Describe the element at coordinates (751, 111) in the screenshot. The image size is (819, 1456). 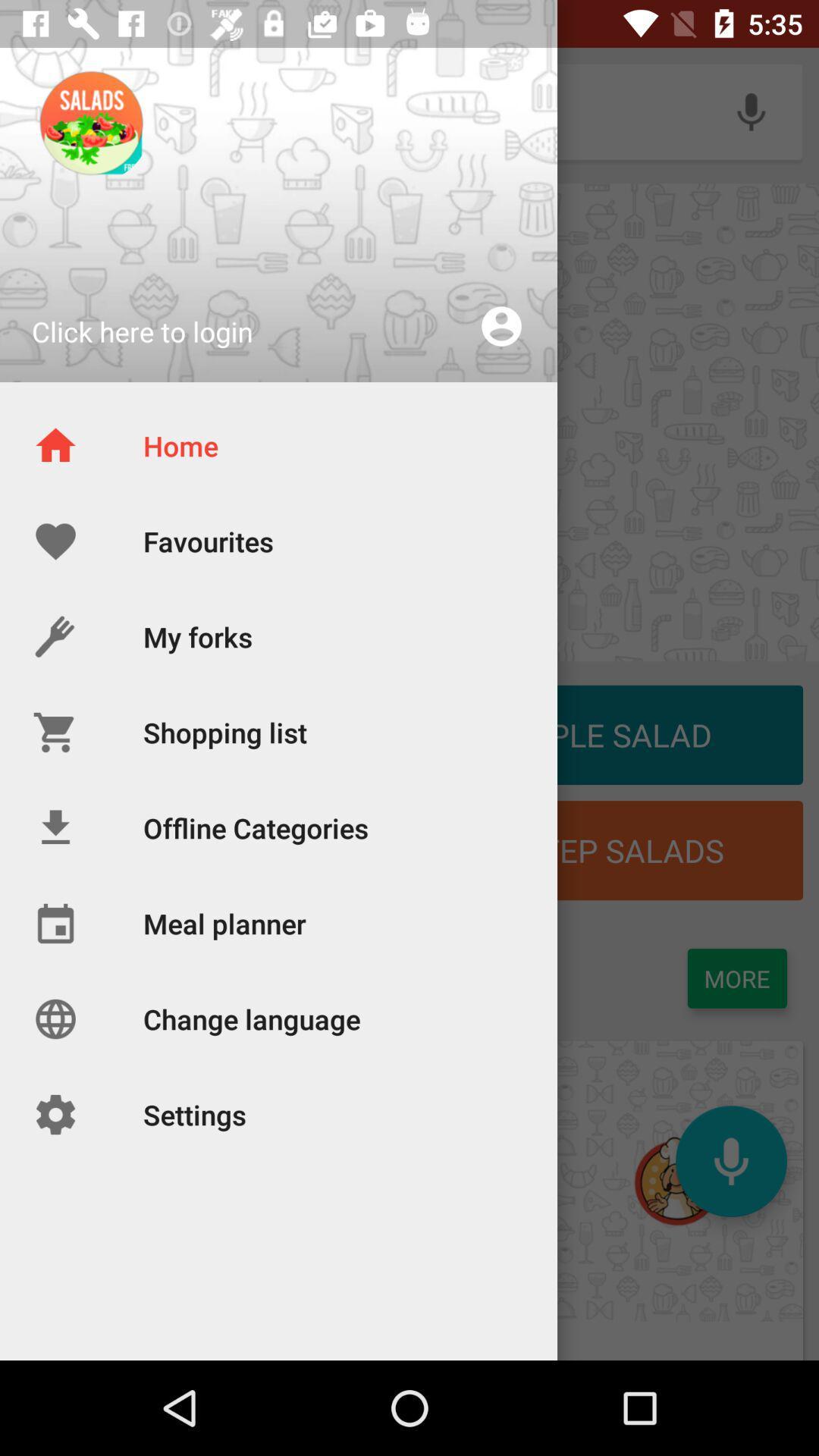
I see `the microphone icon` at that location.